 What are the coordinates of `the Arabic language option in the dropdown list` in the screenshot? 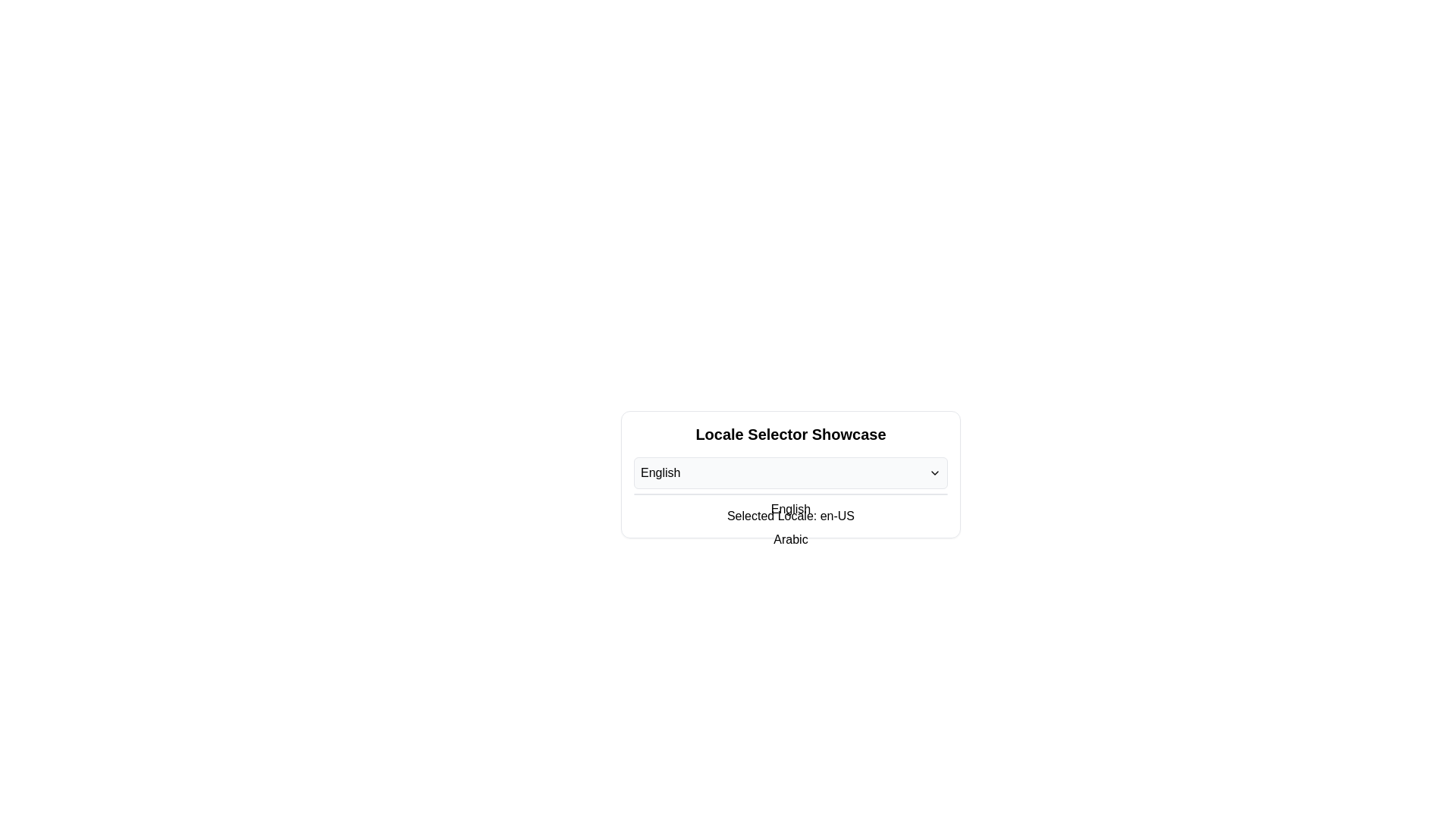 It's located at (789, 539).